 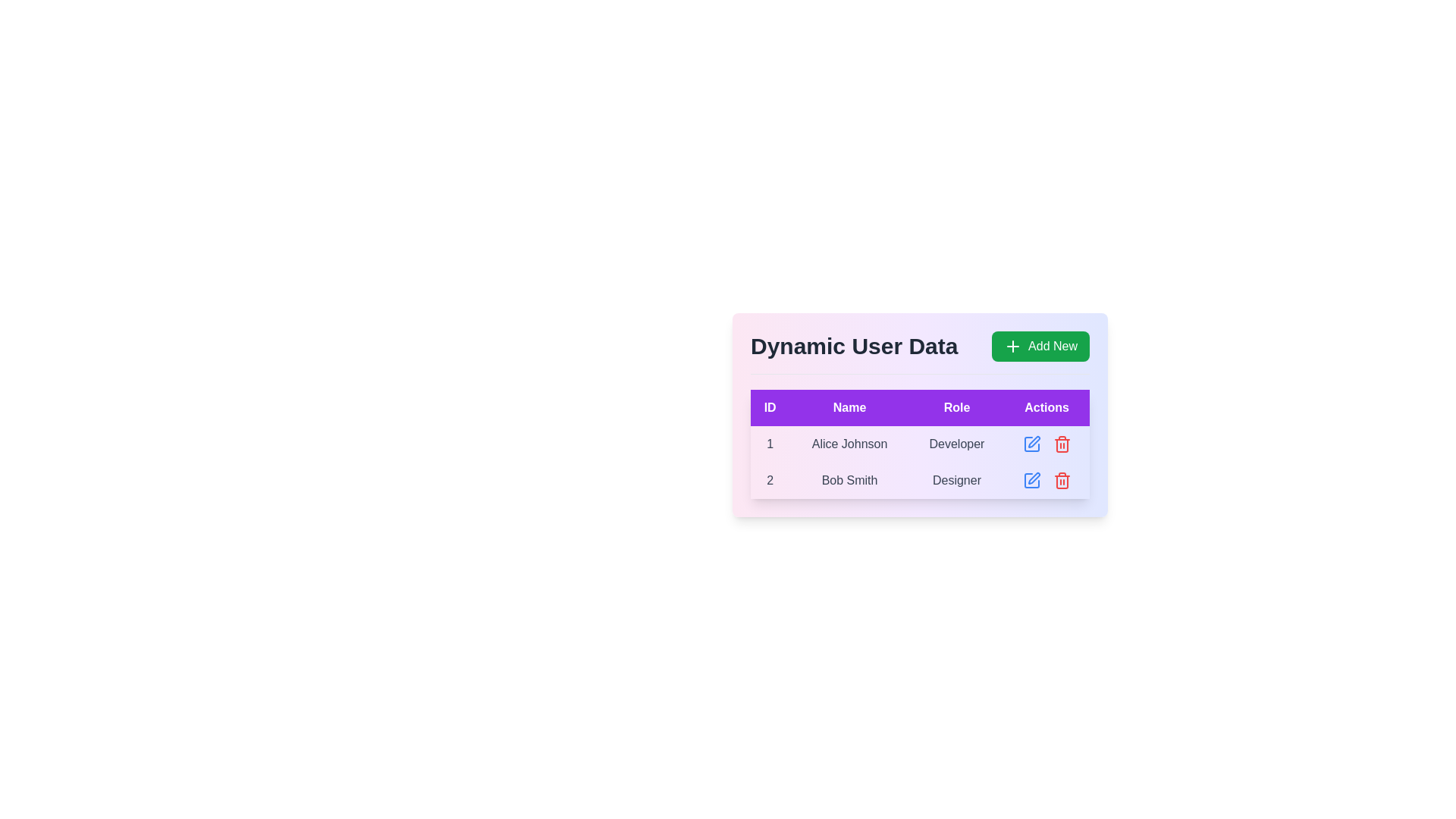 I want to click on the text label displaying the name of the user in the second row of the table under the 'Name' column, which is aligned with ID '2' and Role 'Designer', so click(x=849, y=480).